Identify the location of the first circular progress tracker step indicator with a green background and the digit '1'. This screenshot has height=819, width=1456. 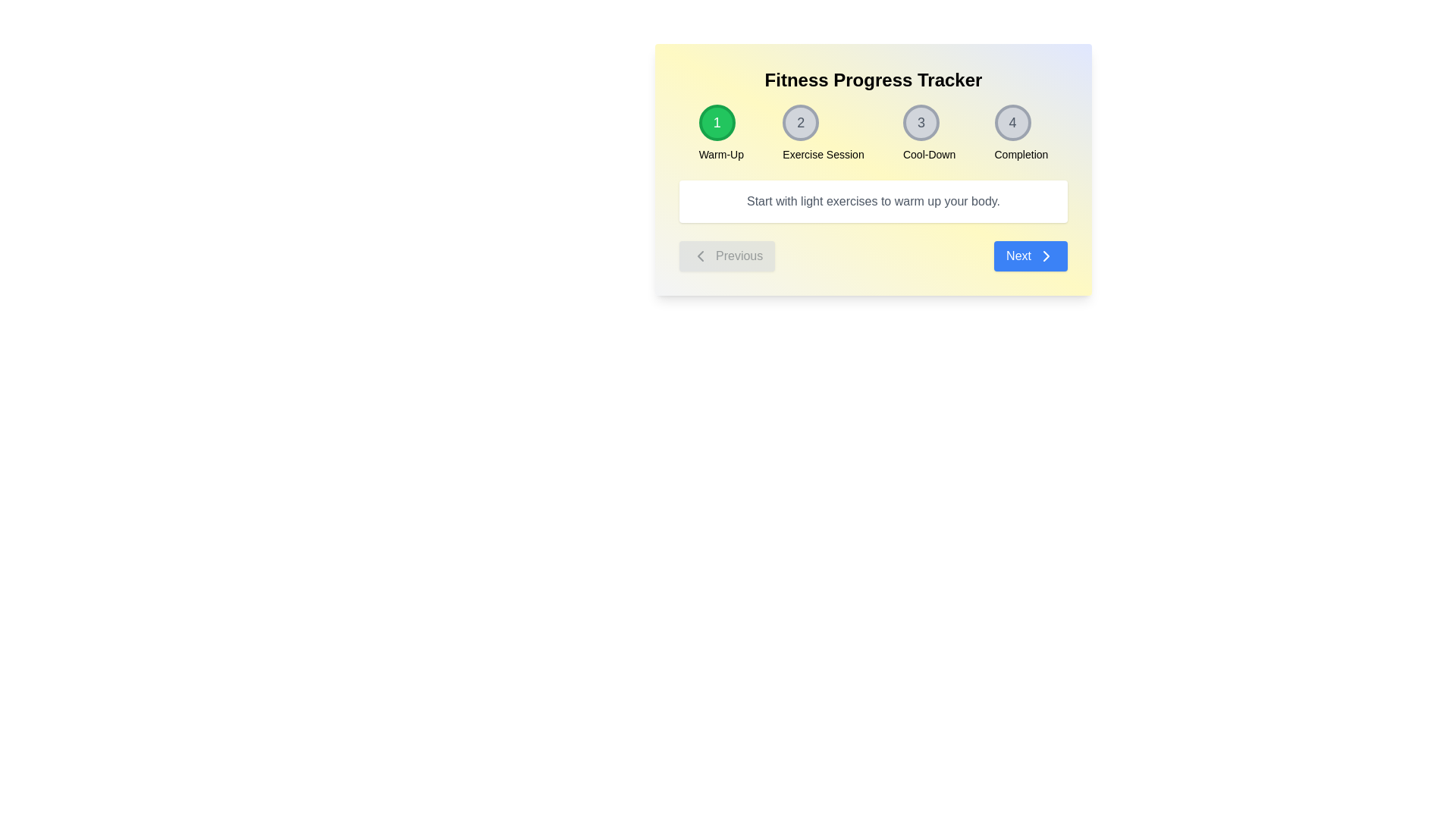
(716, 122).